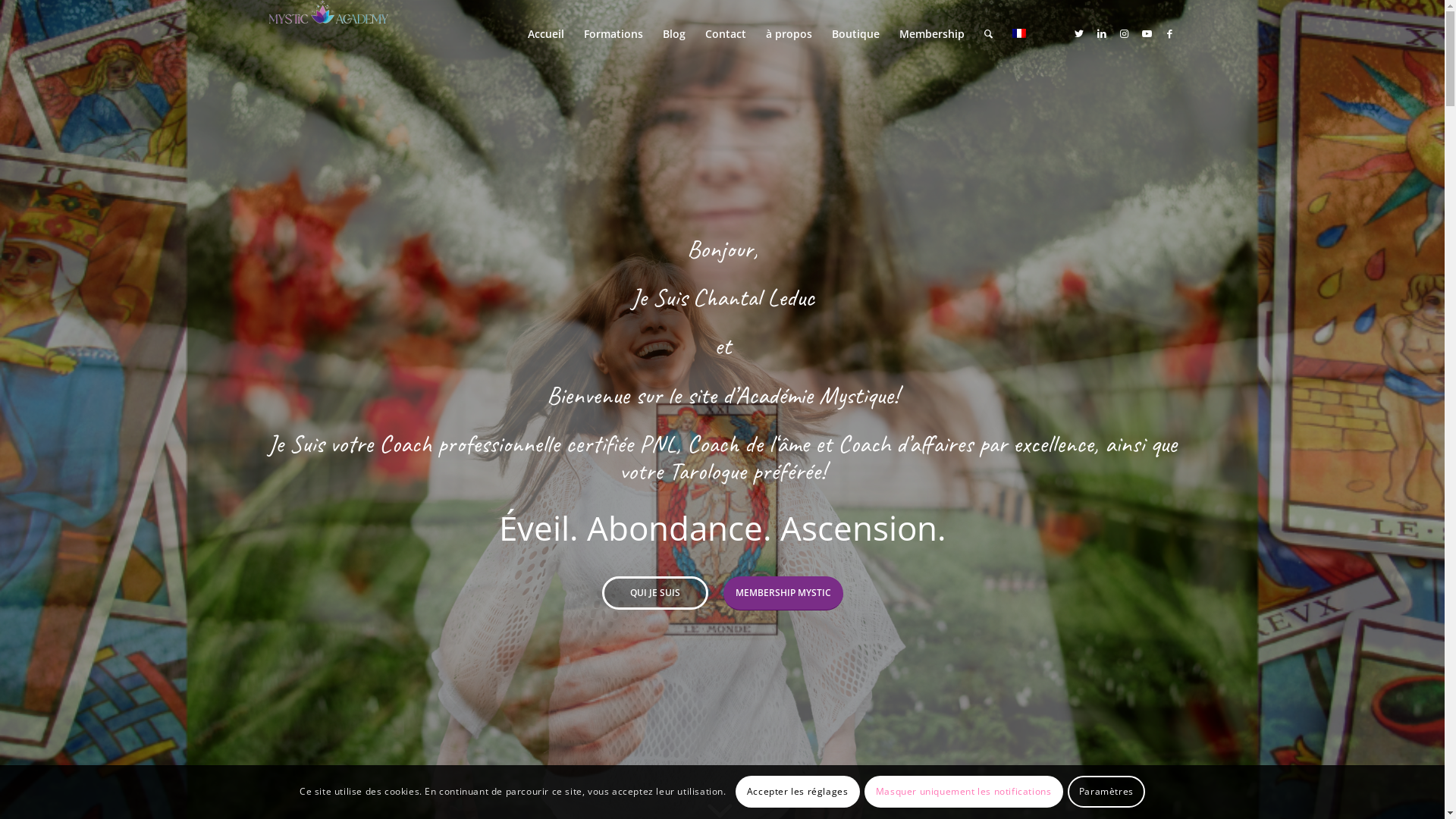 This screenshot has height=819, width=1456. Describe the element at coordinates (1078, 33) in the screenshot. I see `'Twitter'` at that location.